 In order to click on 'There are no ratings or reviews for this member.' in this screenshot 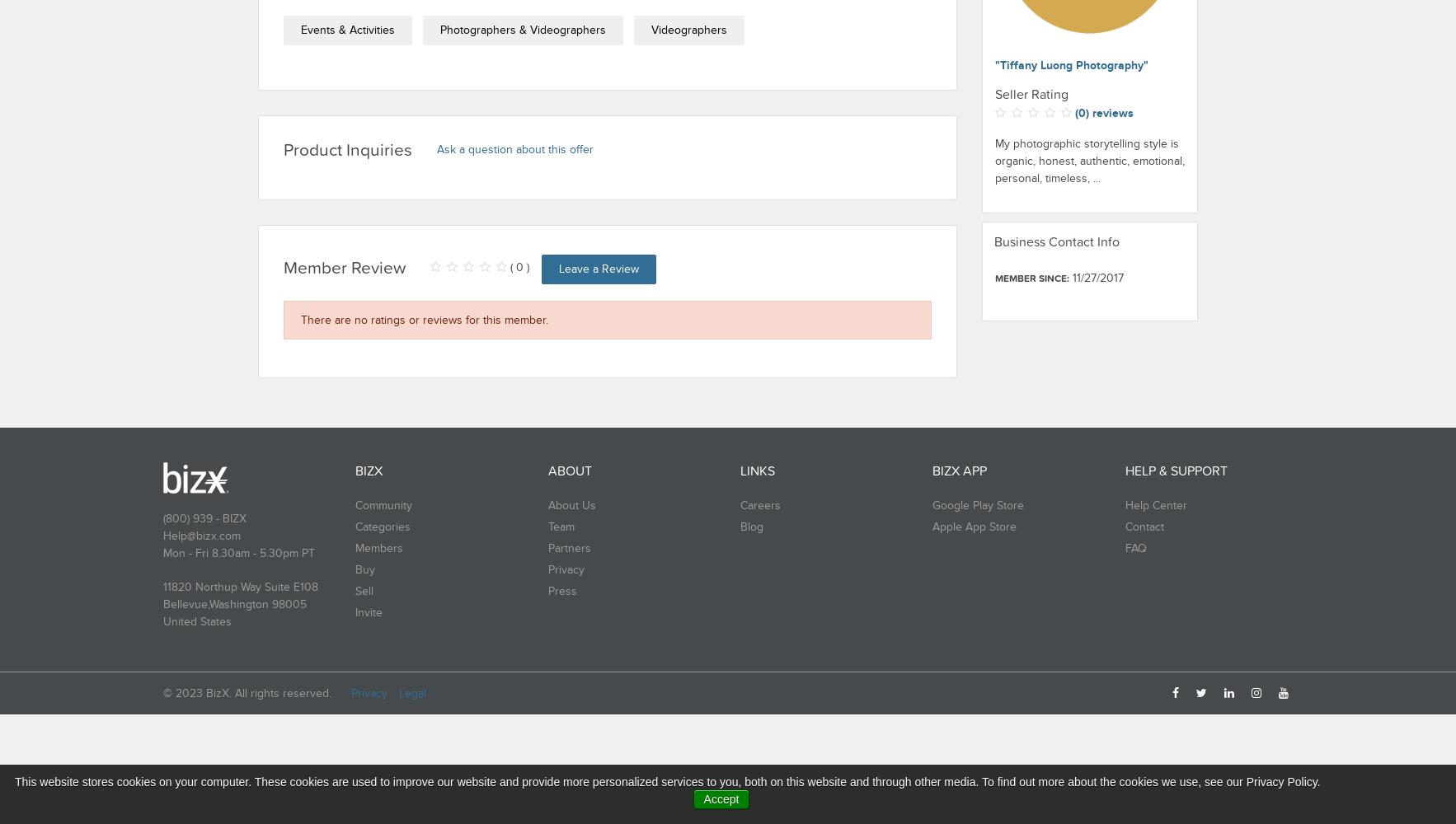, I will do `click(424, 320)`.